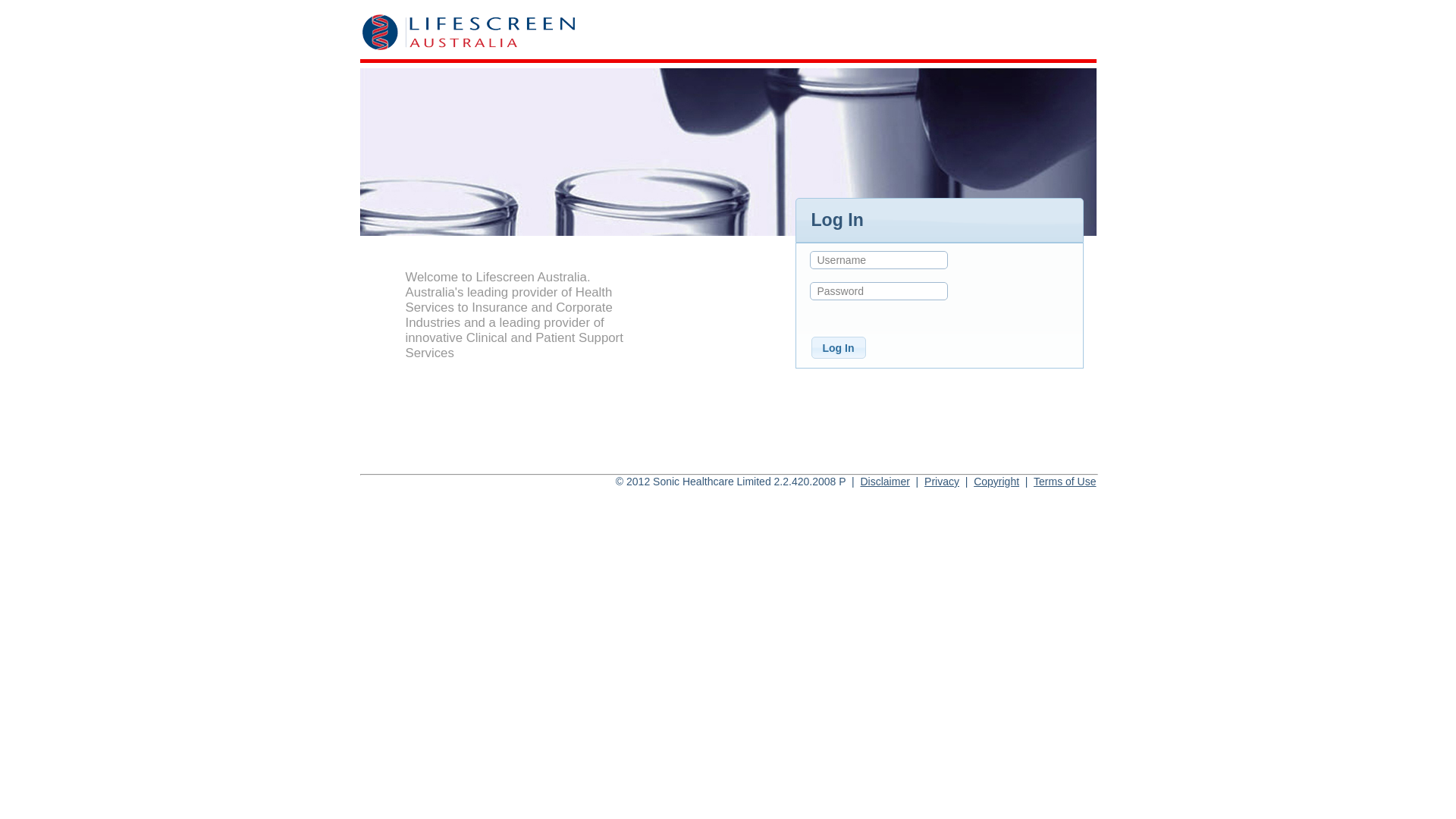 This screenshot has width=1456, height=819. What do you see at coordinates (884, 482) in the screenshot?
I see `'Disclaimer'` at bounding box center [884, 482].